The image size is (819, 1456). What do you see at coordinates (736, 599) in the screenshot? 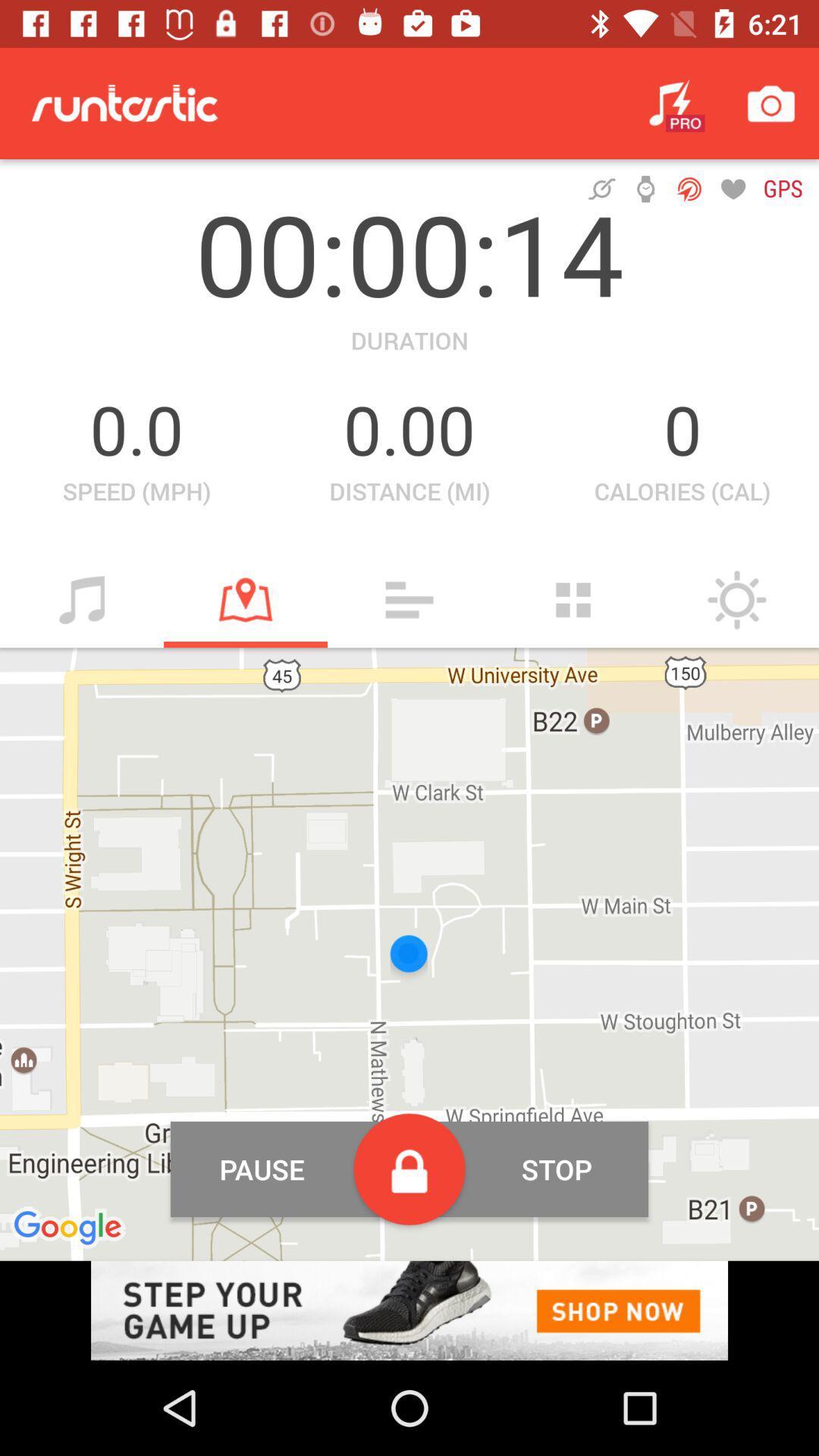
I see `sol` at bounding box center [736, 599].